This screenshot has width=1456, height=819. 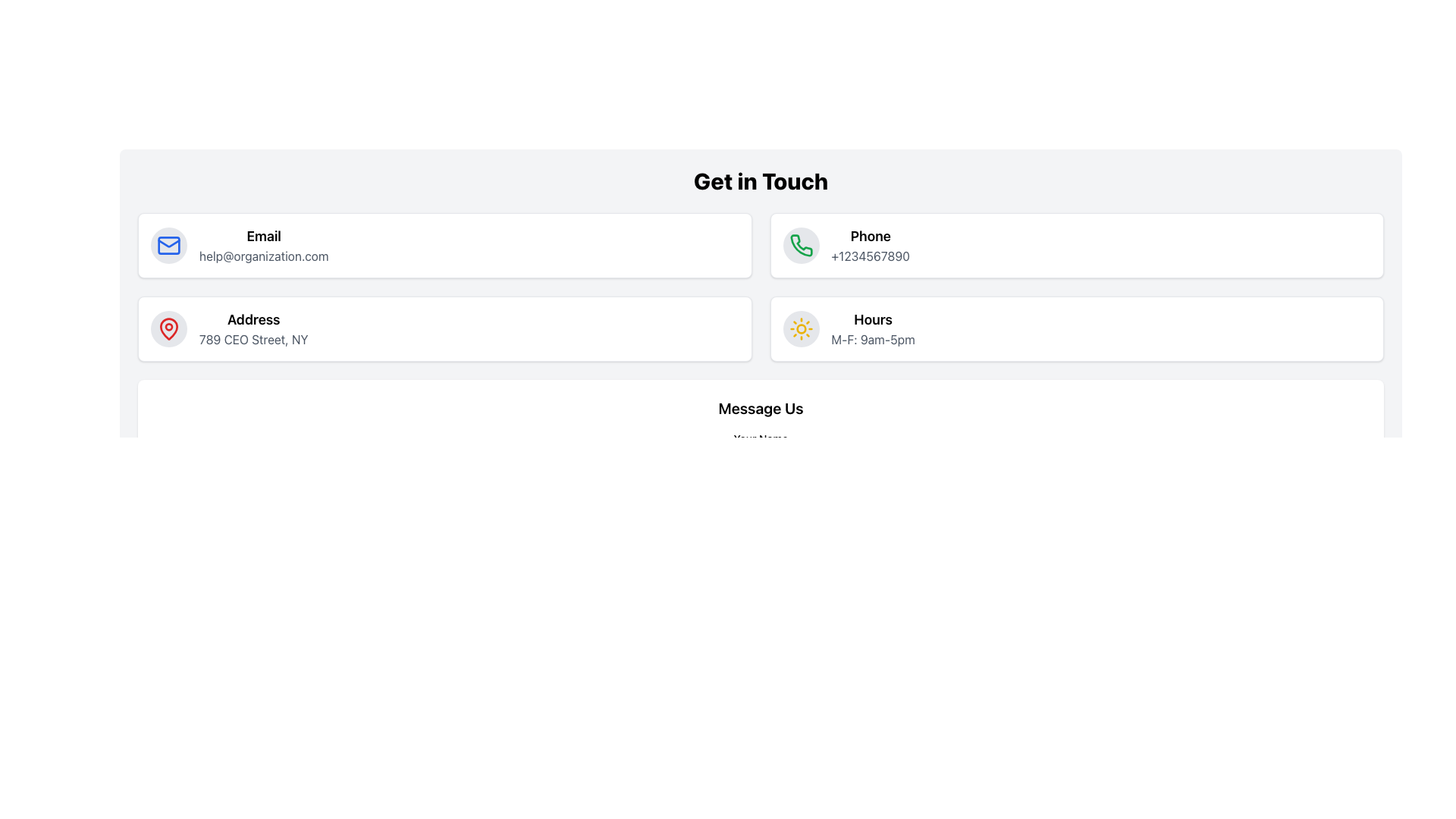 What do you see at coordinates (168, 245) in the screenshot?
I see `the Email Icon button located in the upper-left corner of the first informational card in the 'Get in Touch' section, adjacent to the text 'Email' and 'help@organization.com'` at bounding box center [168, 245].